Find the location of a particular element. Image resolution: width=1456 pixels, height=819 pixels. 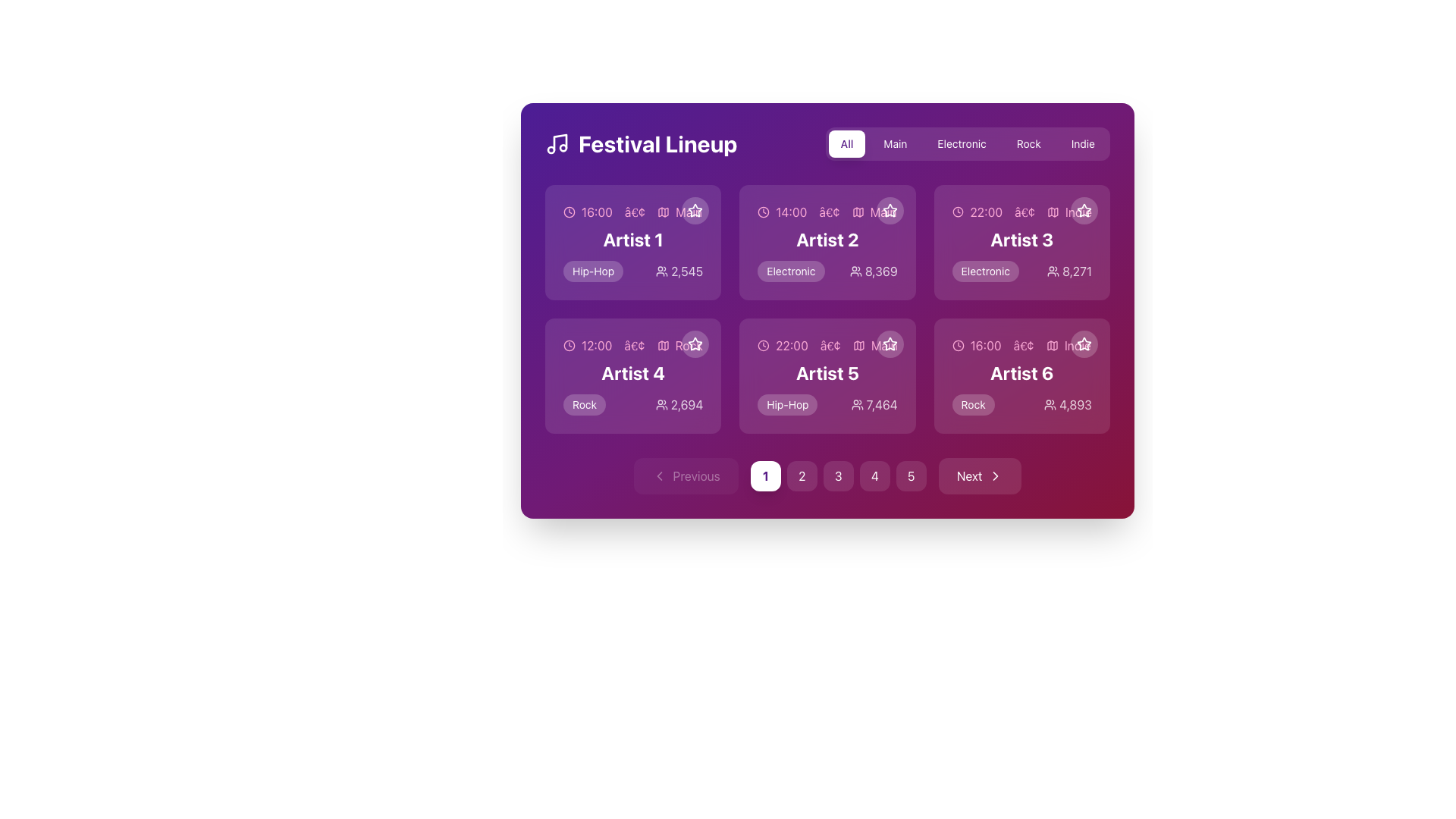

the star-shaped icon within the card for 'Artist 6' located at the bottom-right of the grid to mark or unmark as favorite is located at coordinates (1084, 344).